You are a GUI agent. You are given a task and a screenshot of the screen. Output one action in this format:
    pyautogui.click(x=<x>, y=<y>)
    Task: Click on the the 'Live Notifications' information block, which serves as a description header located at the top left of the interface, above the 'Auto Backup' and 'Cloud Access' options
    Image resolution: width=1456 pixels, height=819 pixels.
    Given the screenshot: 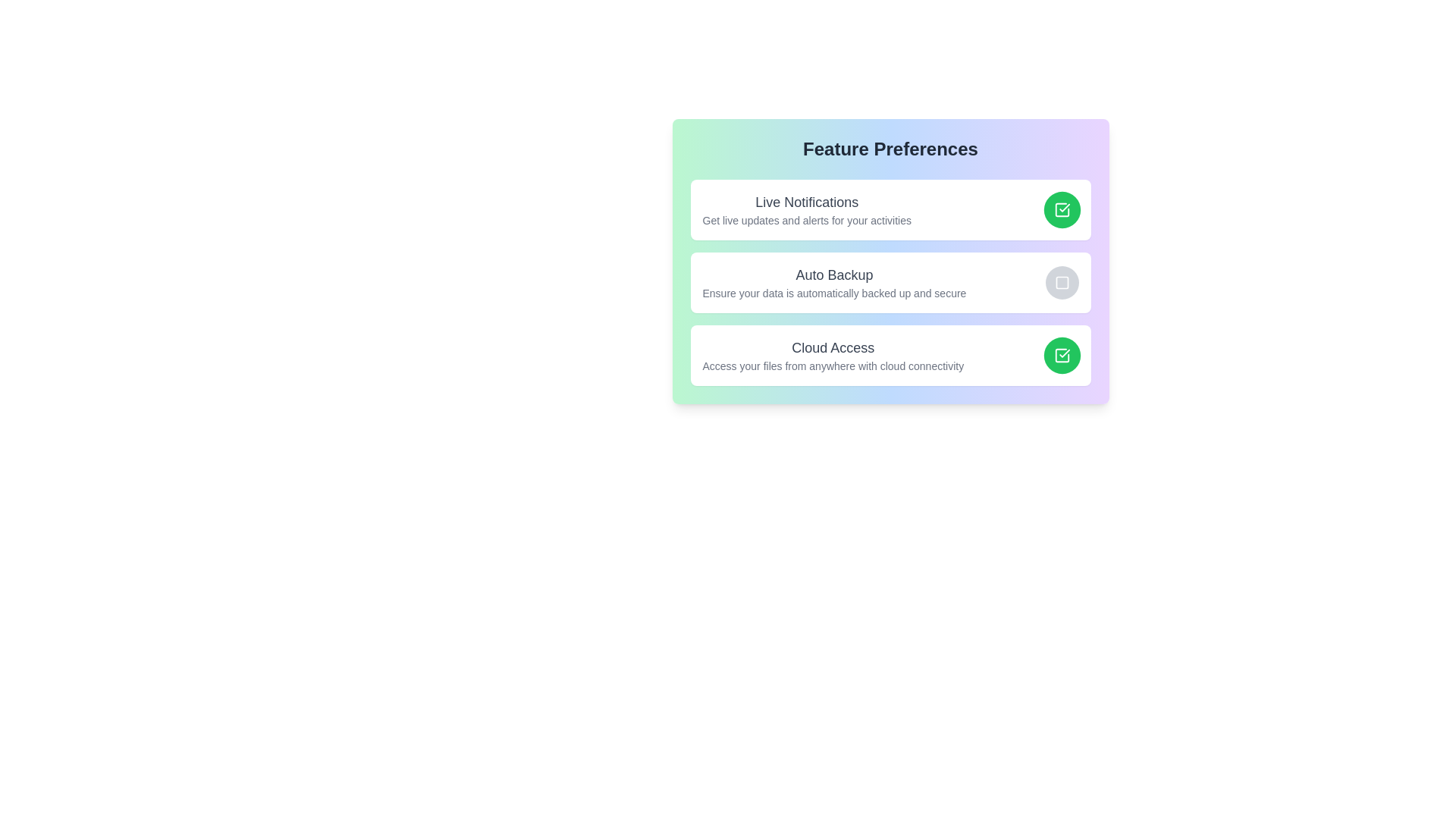 What is the action you would take?
    pyautogui.click(x=806, y=210)
    